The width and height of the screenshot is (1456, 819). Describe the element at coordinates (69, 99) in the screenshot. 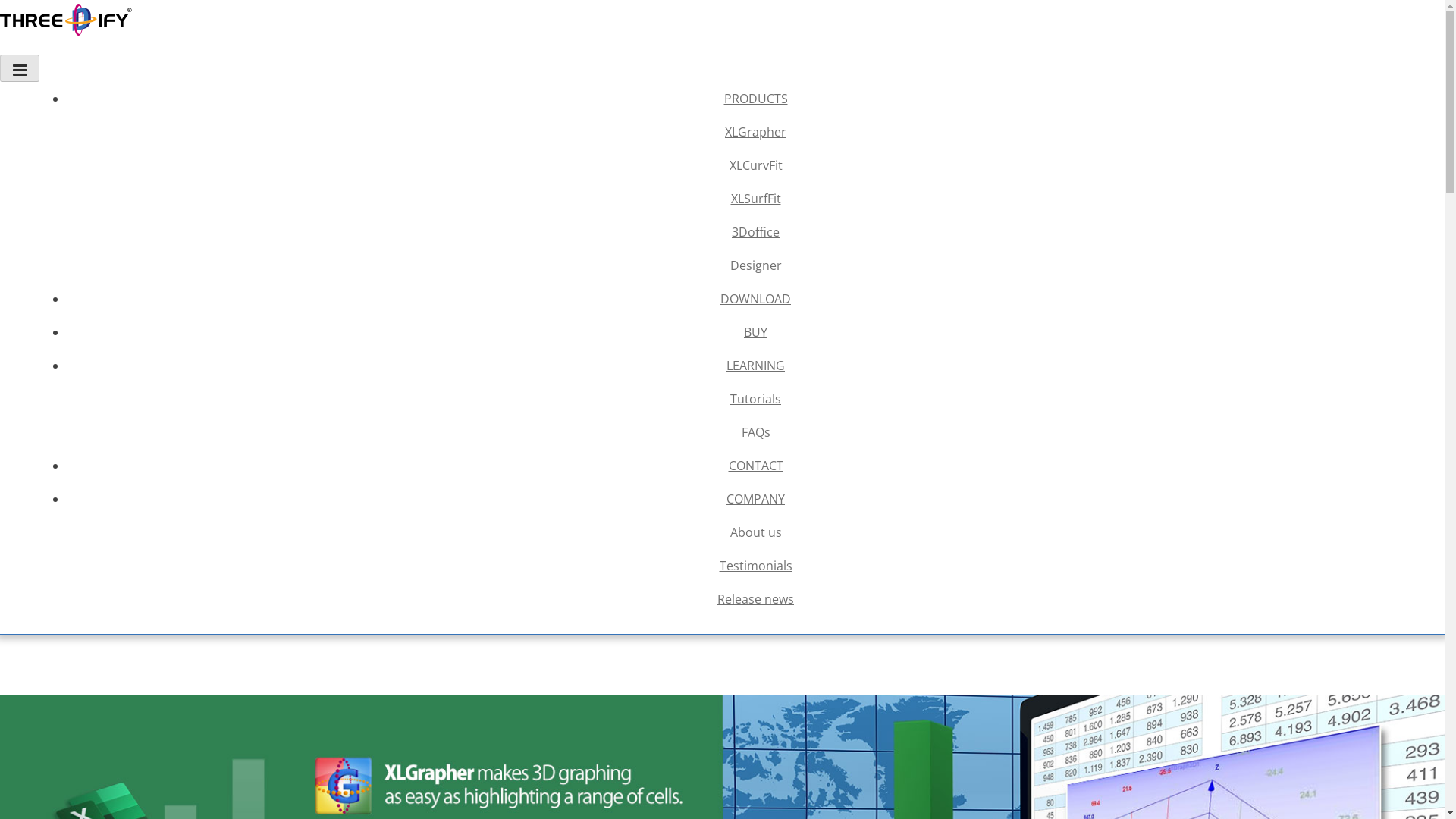

I see `'PRODUCTS'` at that location.